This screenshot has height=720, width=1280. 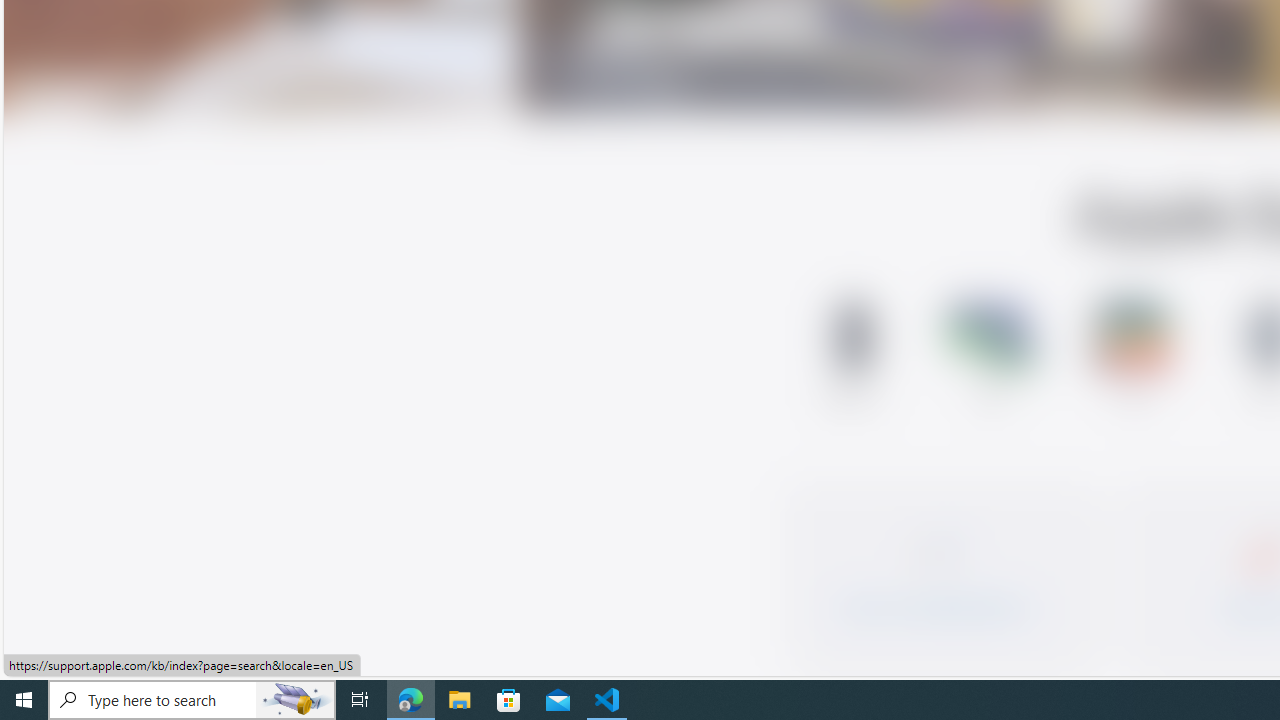 I want to click on 'iPhone Support', so click(x=852, y=357).